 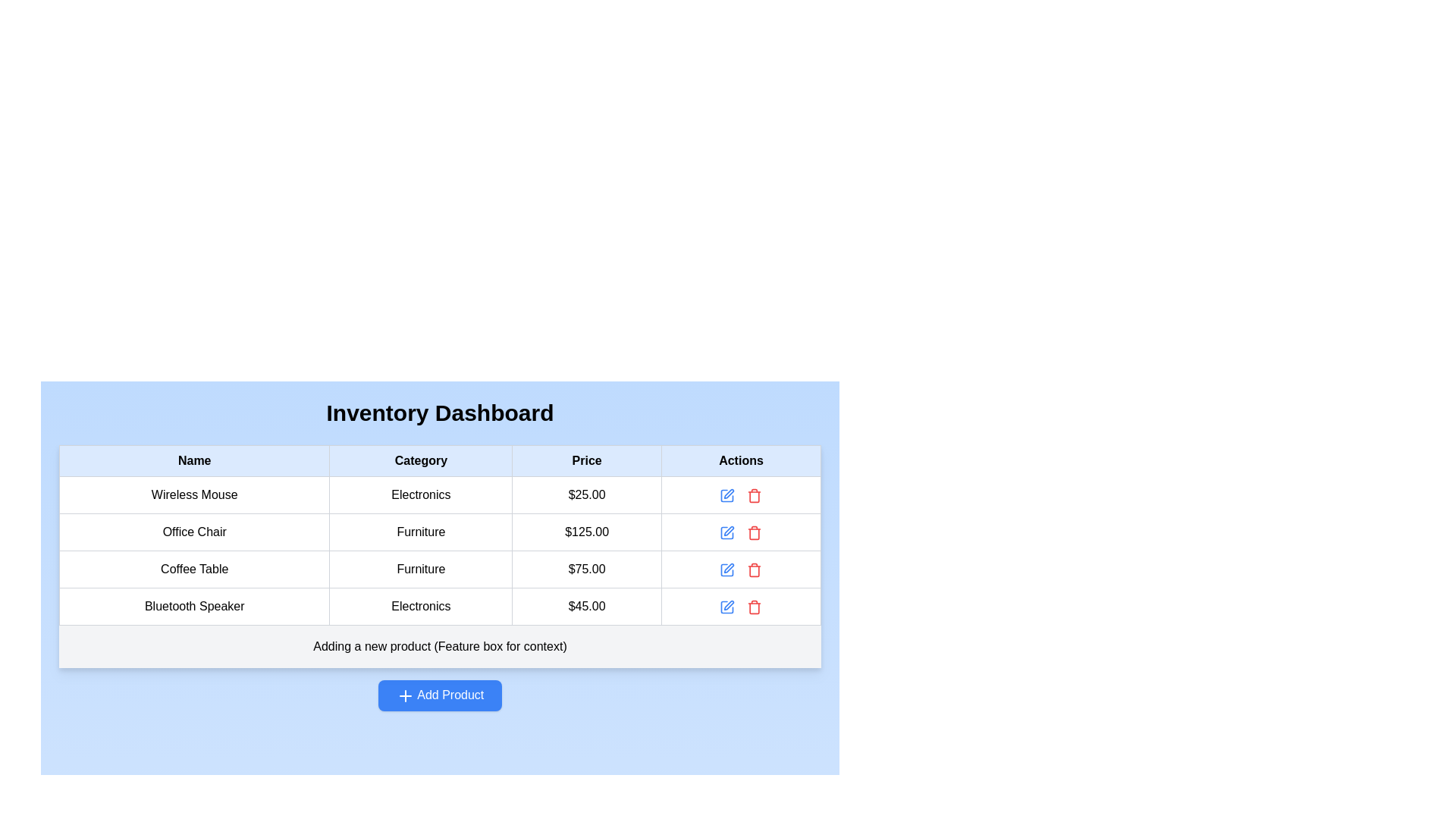 I want to click on the graphical trash icon component located in the 'Actions' column of the fourth row of the table, so click(x=755, y=497).